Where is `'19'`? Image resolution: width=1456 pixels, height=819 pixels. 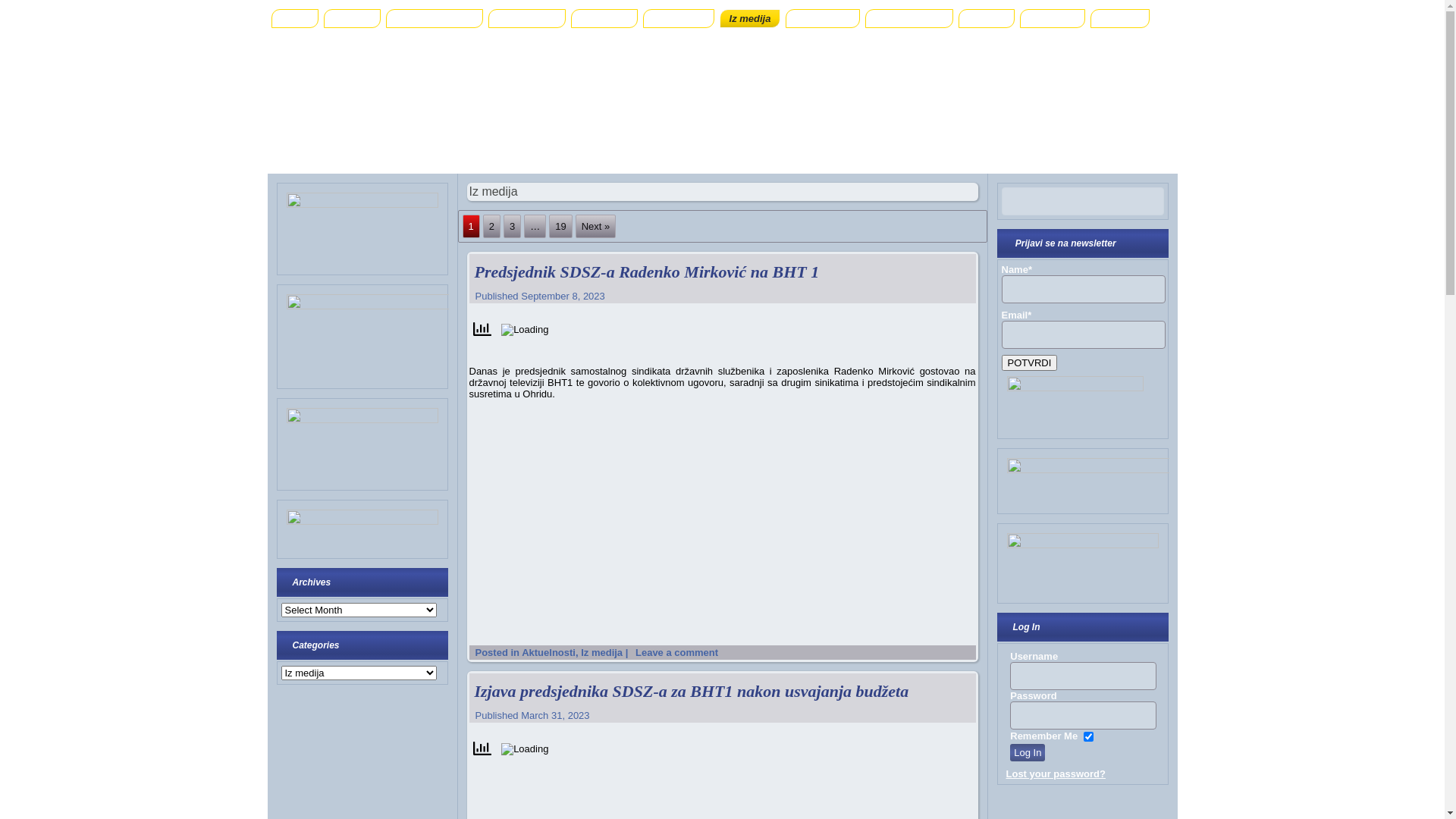 '19' is located at coordinates (560, 226).